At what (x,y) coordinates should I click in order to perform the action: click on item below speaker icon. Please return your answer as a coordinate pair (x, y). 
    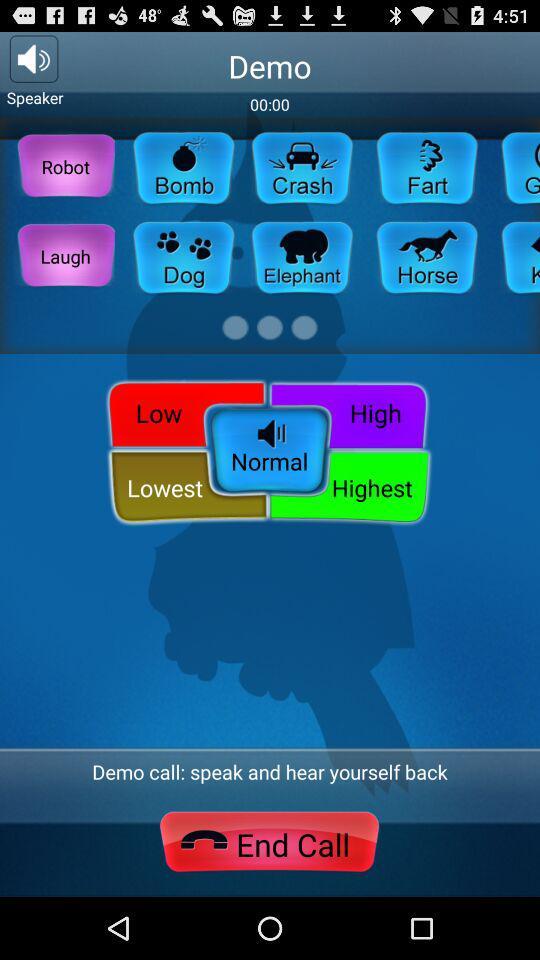
    Looking at the image, I should click on (65, 165).